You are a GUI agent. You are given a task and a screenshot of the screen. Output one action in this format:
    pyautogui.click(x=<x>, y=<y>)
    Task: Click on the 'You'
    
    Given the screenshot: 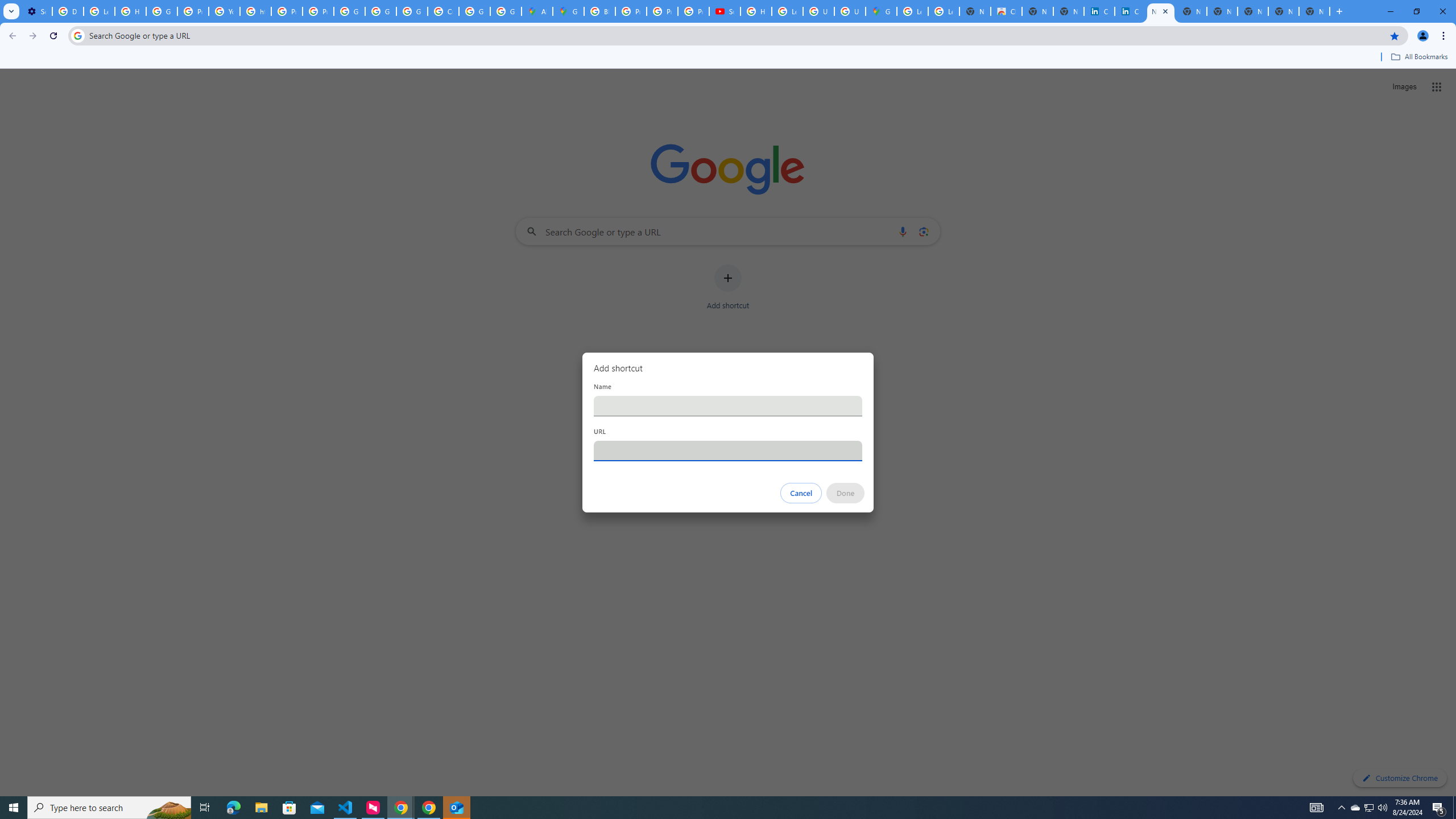 What is the action you would take?
    pyautogui.click(x=1423, y=35)
    